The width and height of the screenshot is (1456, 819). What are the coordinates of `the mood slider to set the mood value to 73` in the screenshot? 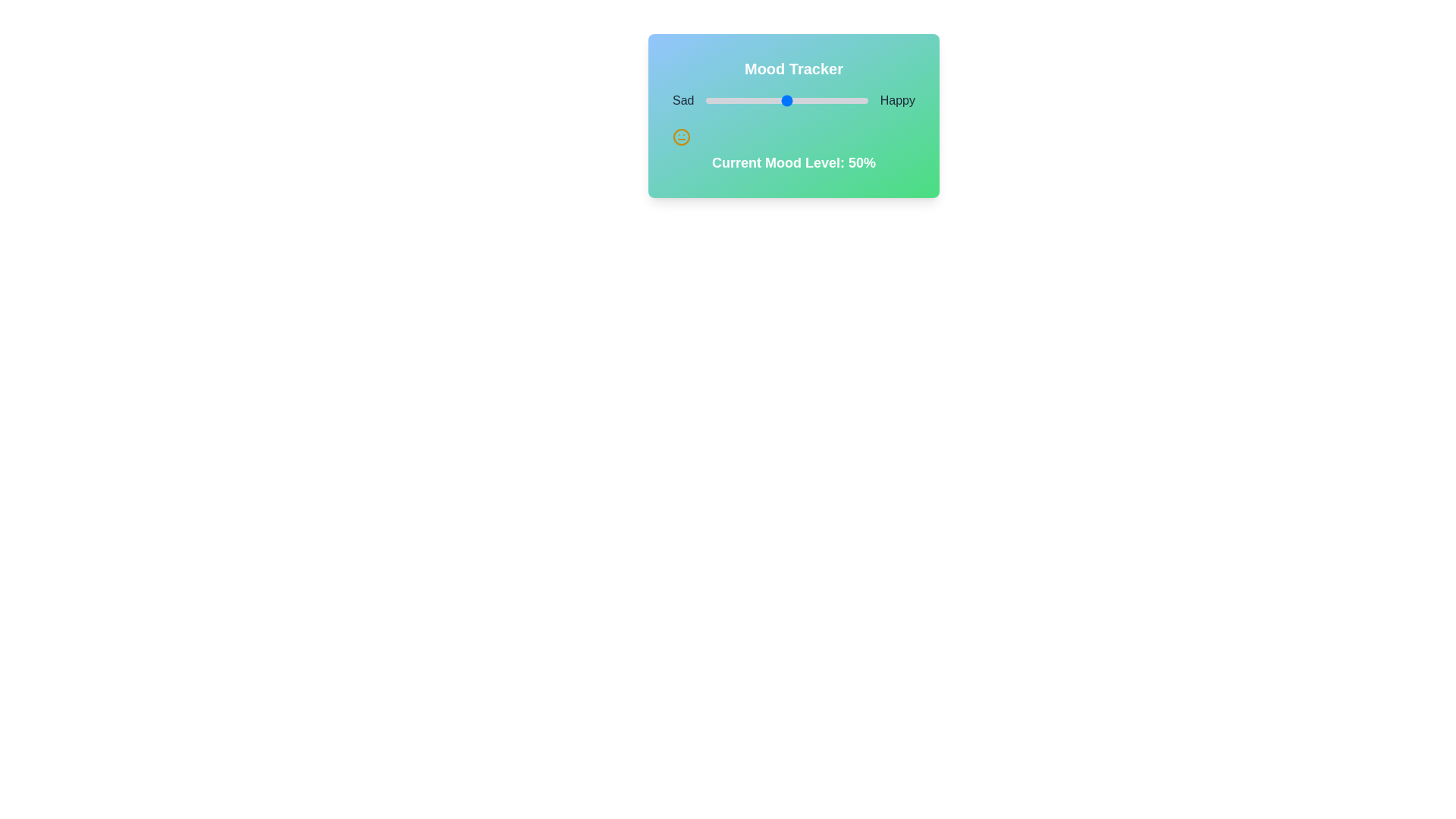 It's located at (824, 100).